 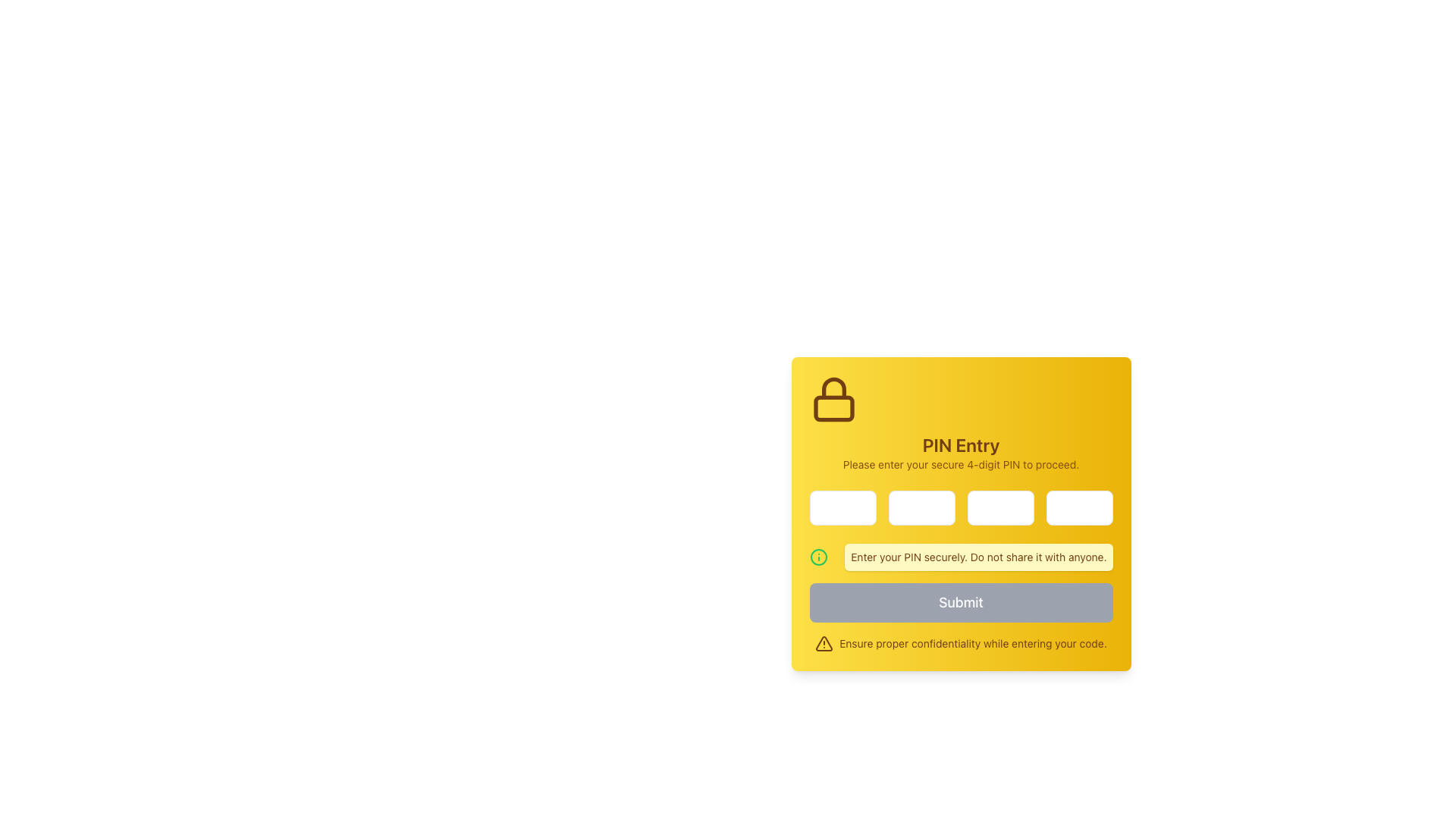 I want to click on the center of the Password input box located in the yellow-themed interface, so click(x=960, y=508).